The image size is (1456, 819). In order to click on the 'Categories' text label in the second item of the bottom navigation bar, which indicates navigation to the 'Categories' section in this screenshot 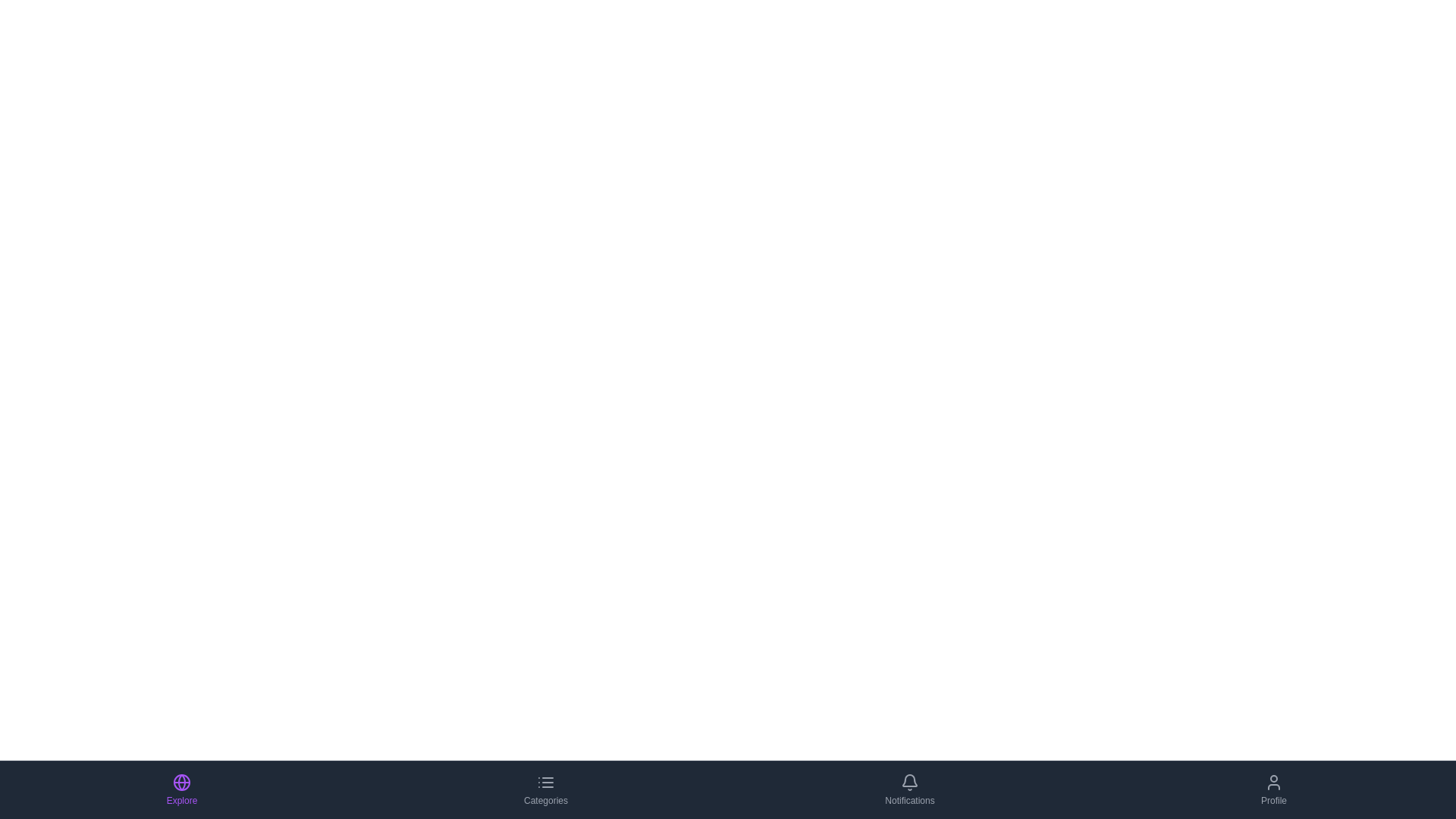, I will do `click(546, 800)`.